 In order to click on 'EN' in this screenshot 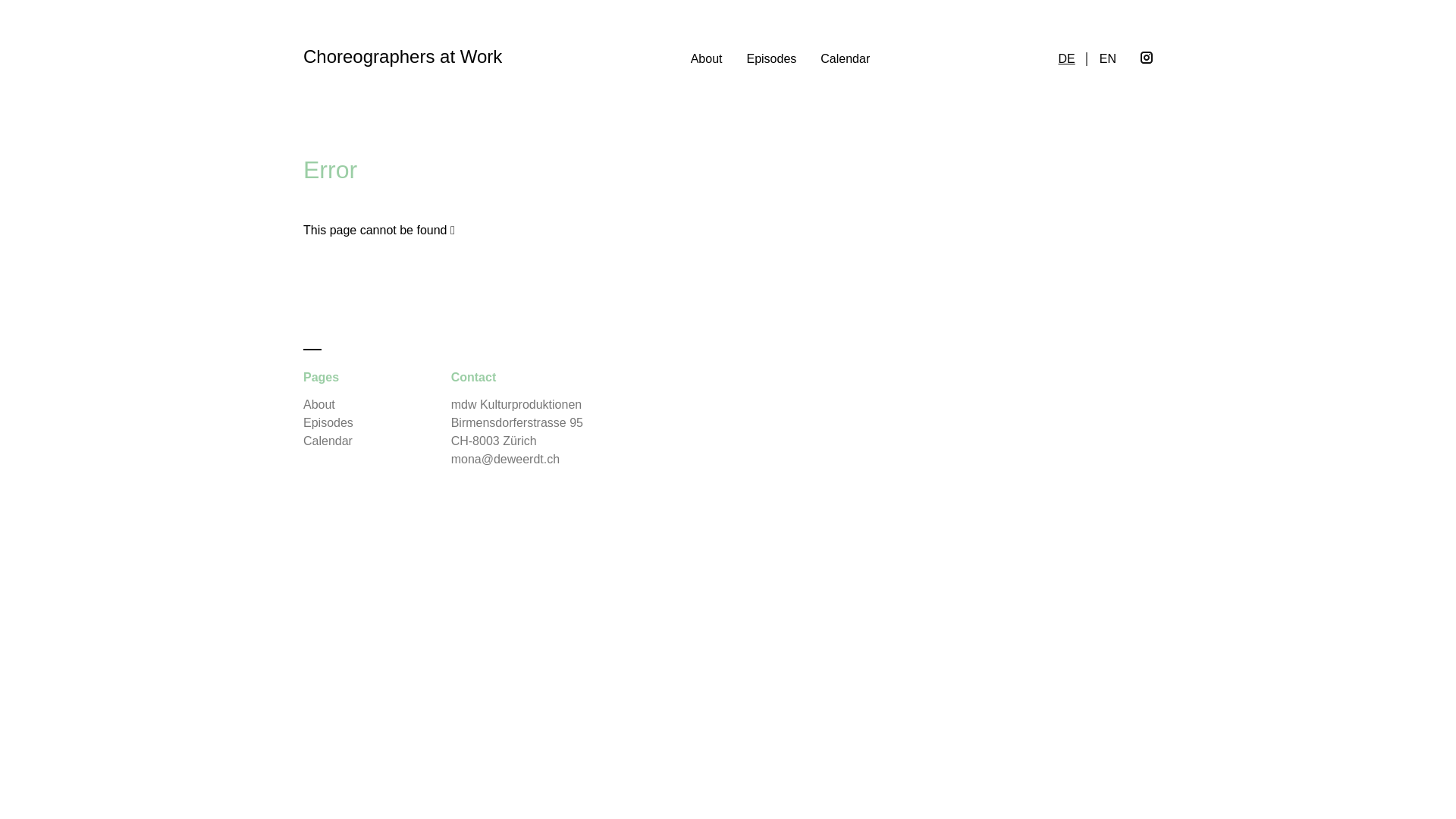, I will do `click(1107, 58)`.